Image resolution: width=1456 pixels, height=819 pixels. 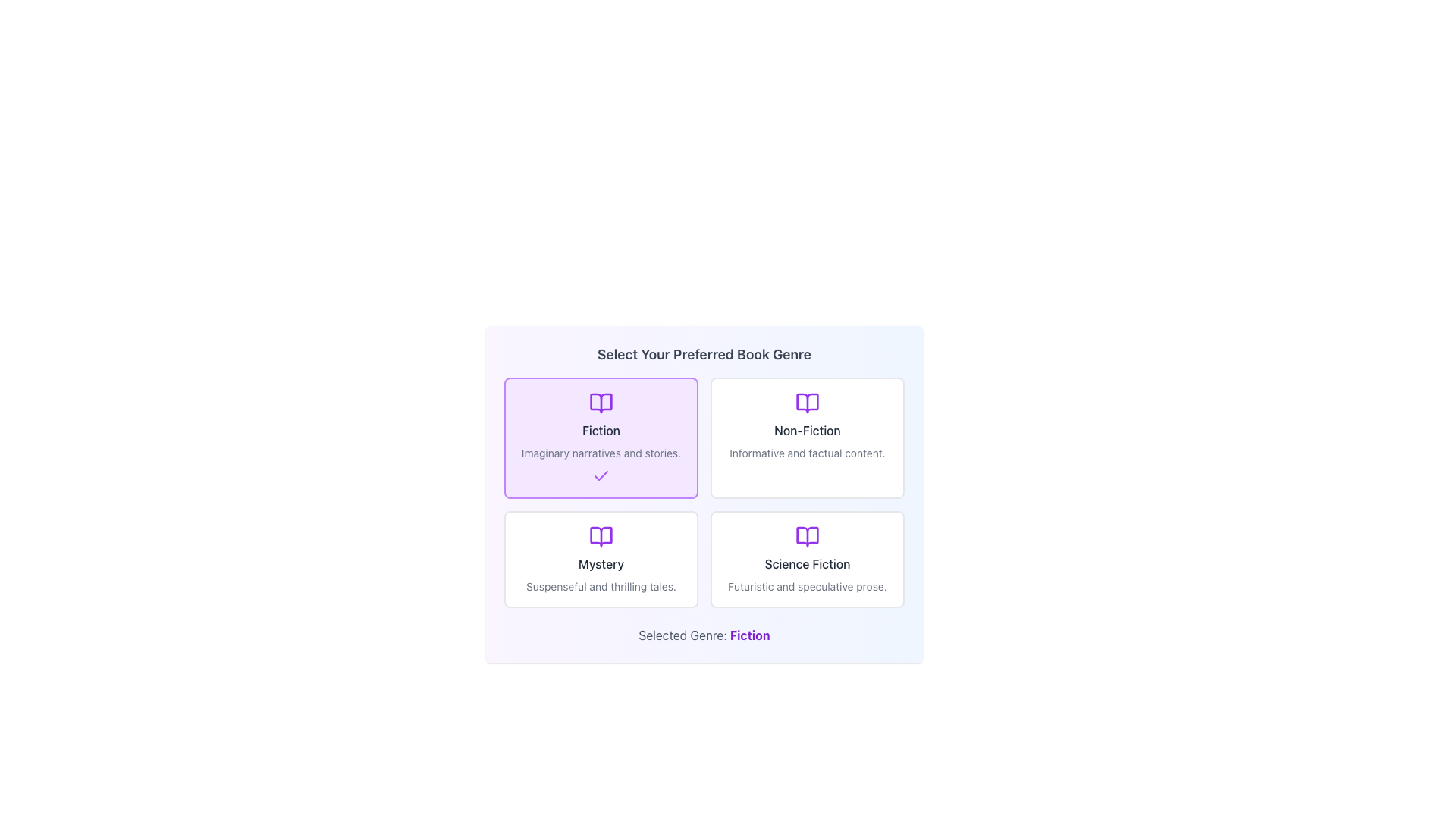 I want to click on the purple book icon in the Science Fiction genre selection area, located above the text 'Science Fiction', so click(x=807, y=536).